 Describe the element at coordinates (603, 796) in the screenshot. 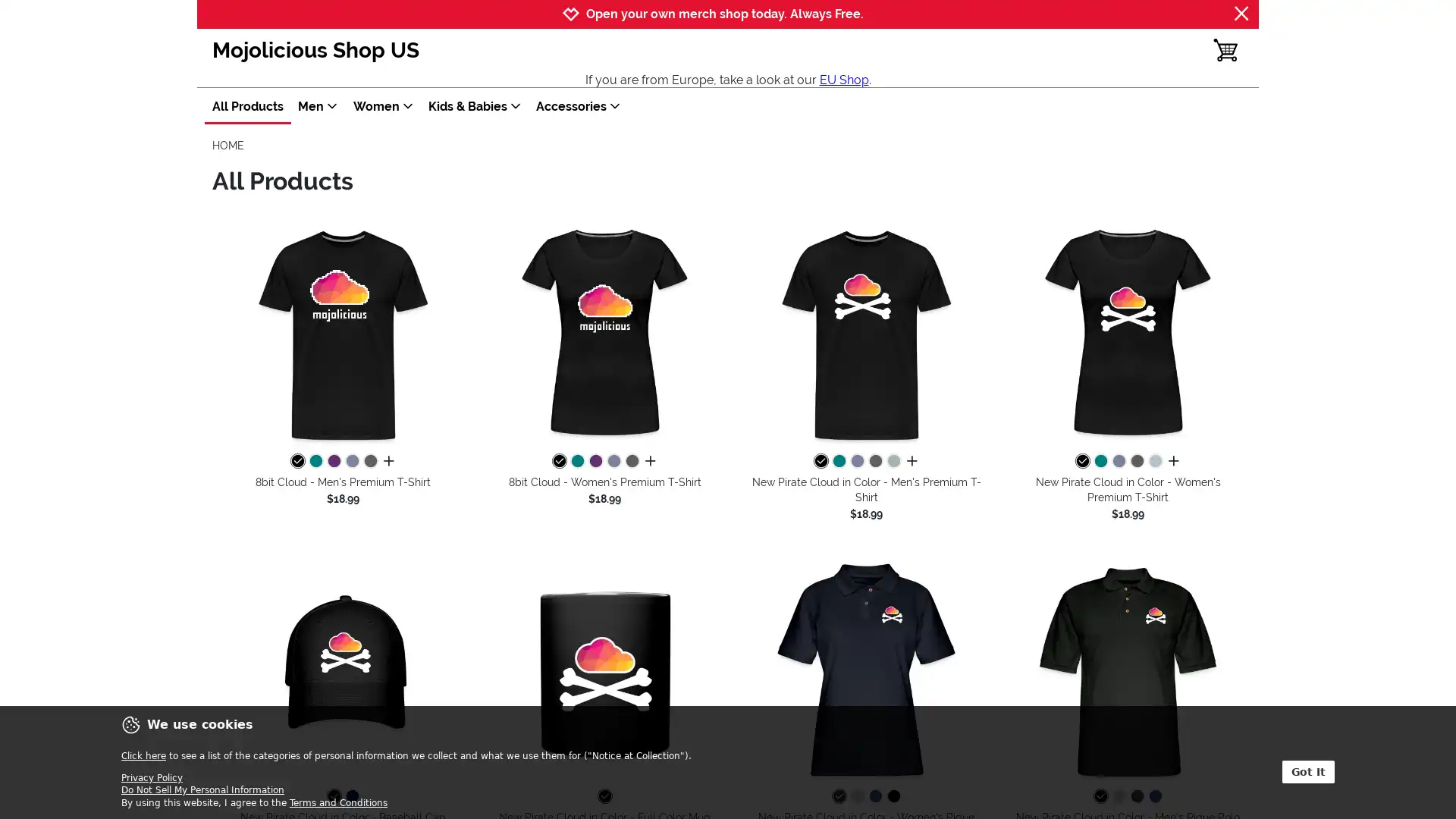

I see `black` at that location.